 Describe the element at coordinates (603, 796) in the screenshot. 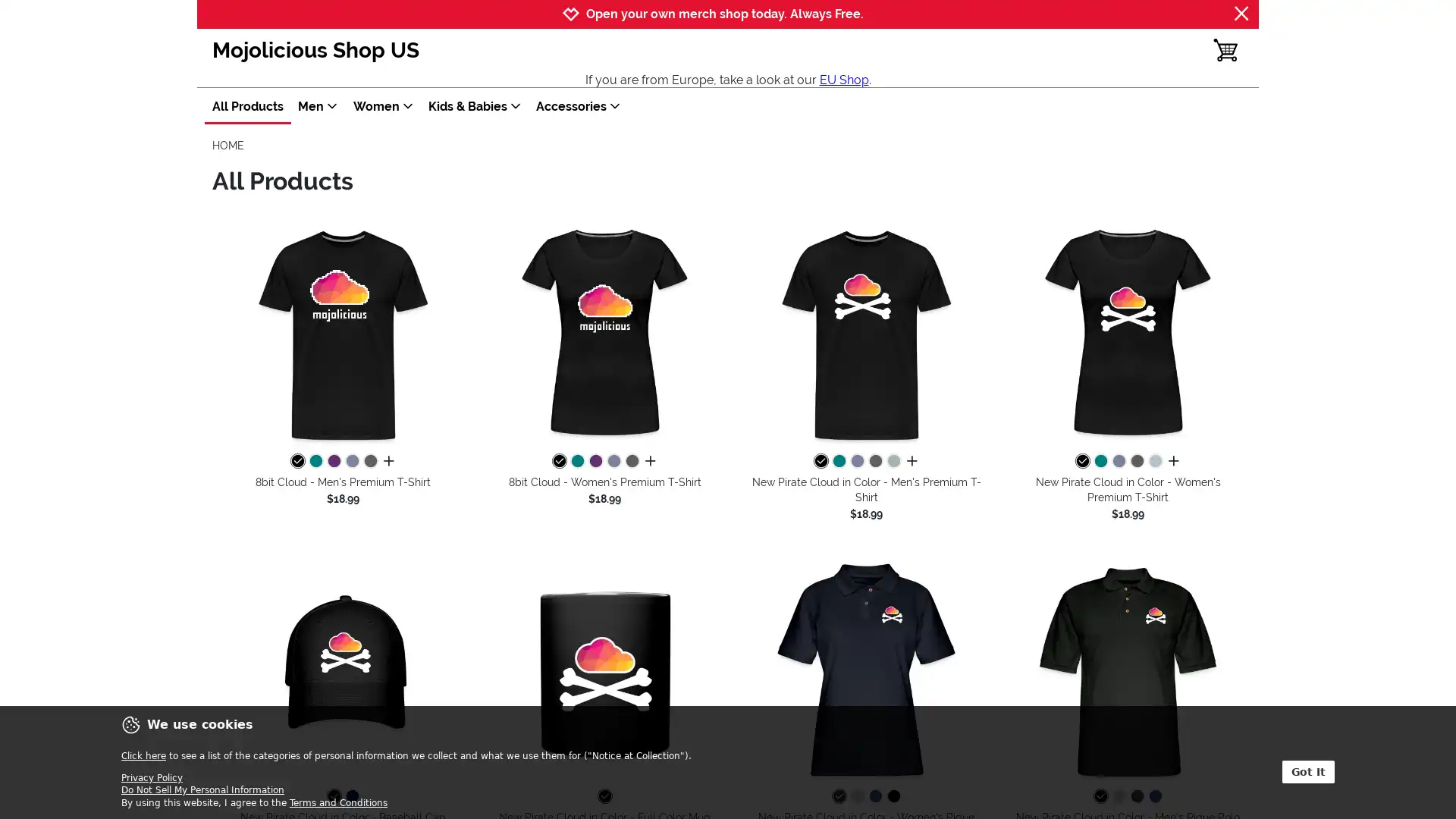

I see `black` at that location.